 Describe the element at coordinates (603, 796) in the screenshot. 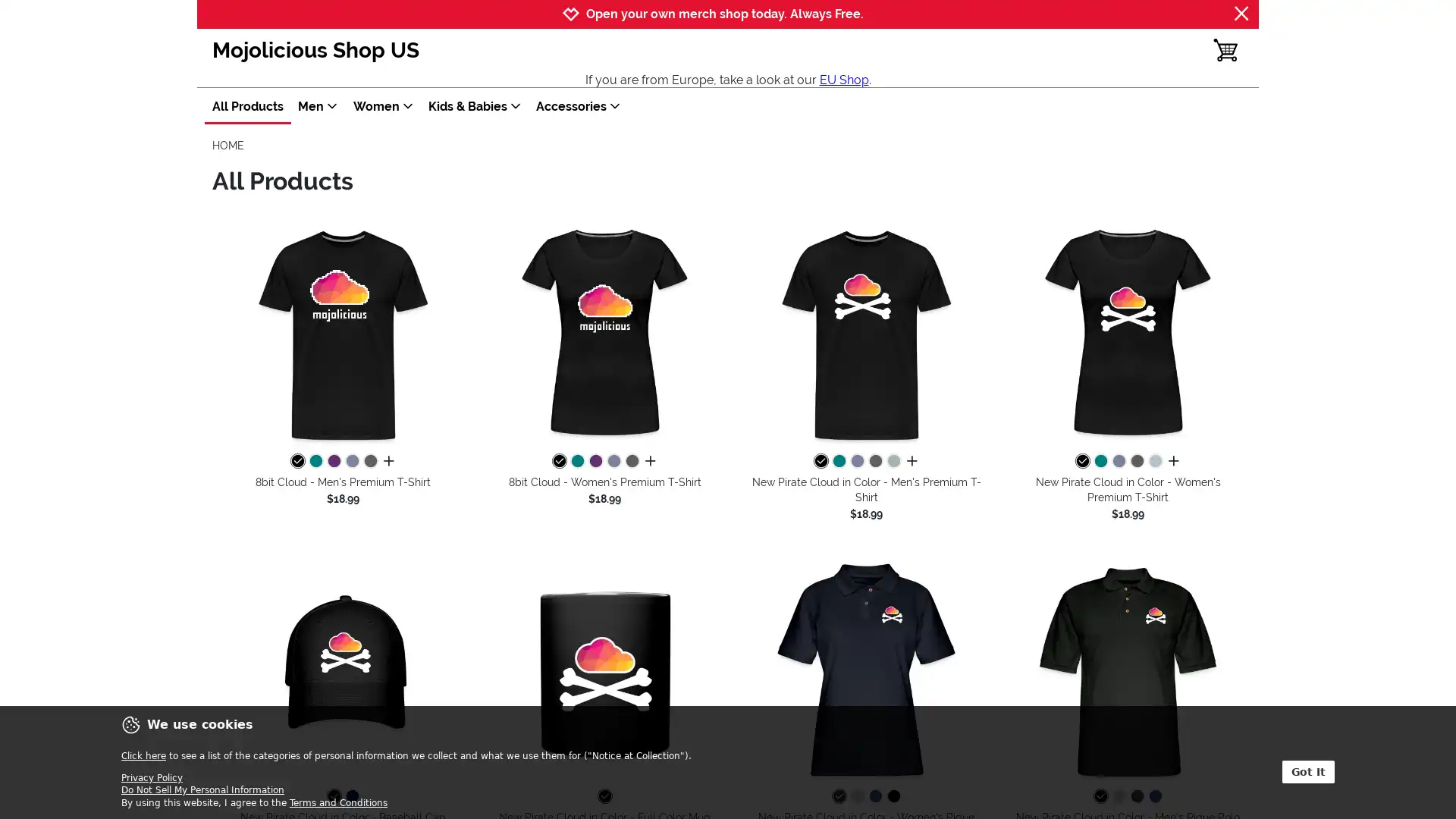

I see `black` at that location.